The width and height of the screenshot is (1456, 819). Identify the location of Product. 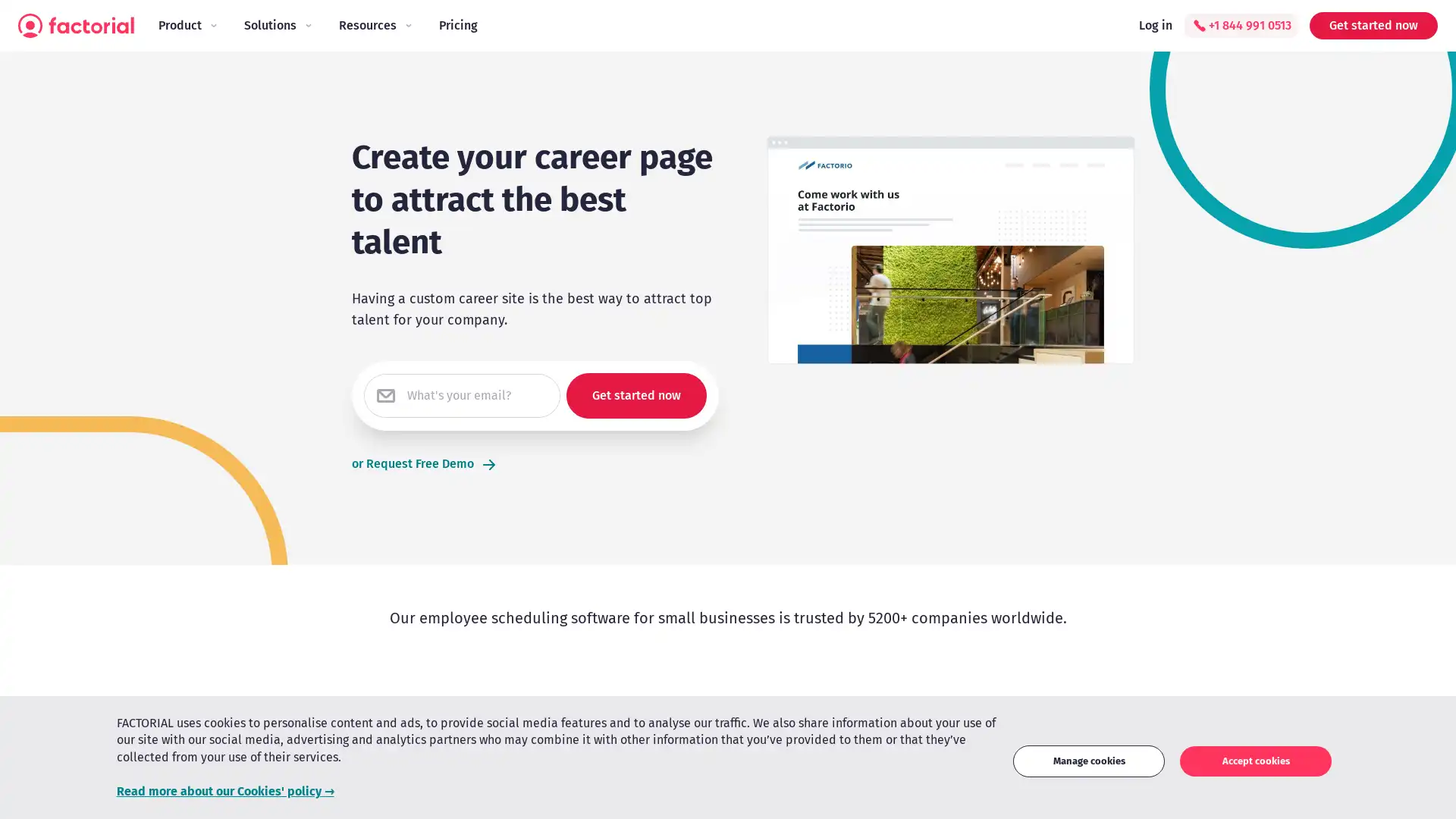
(188, 26).